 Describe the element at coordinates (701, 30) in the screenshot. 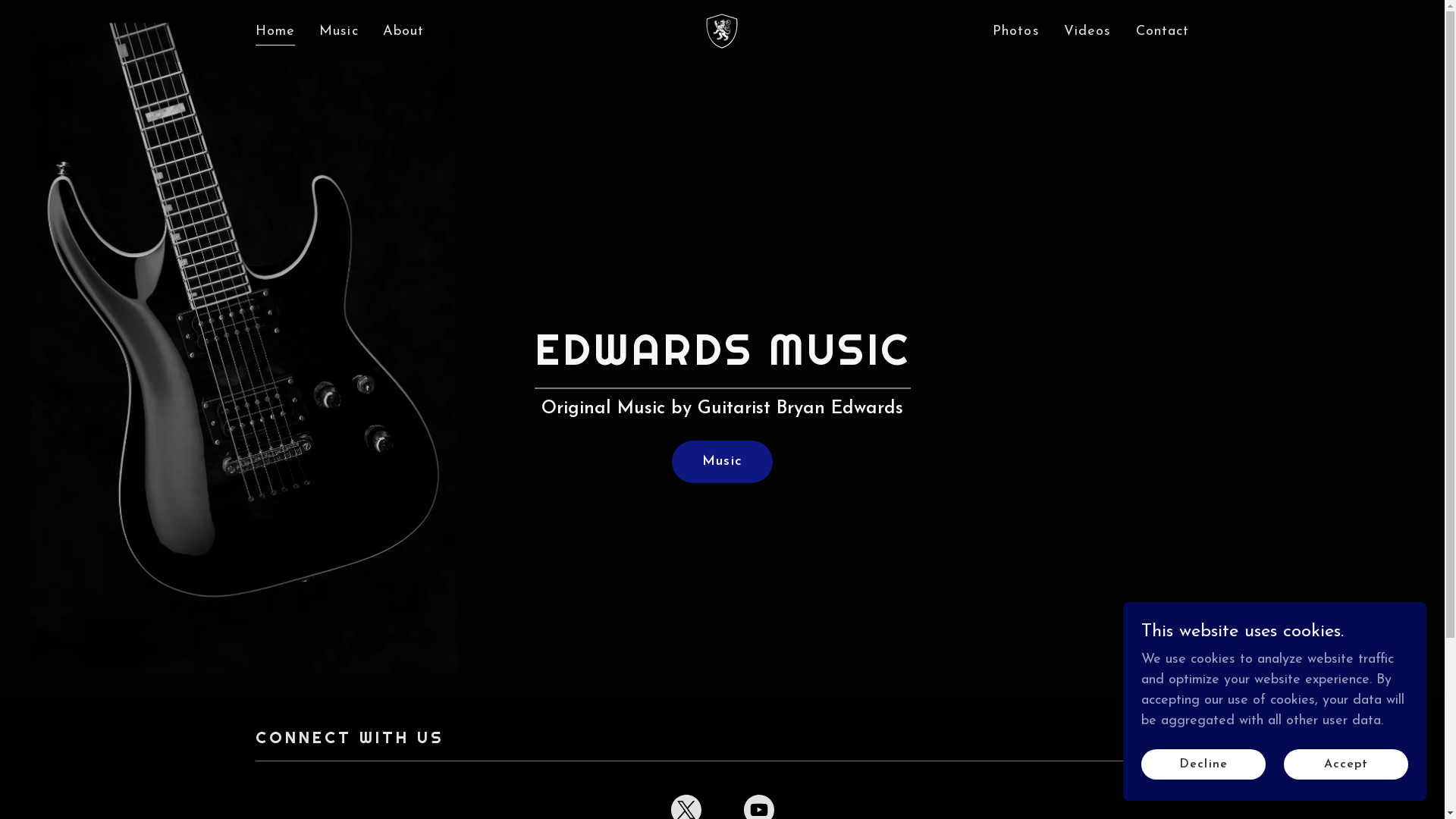

I see `'Bryan Edwards'` at that location.